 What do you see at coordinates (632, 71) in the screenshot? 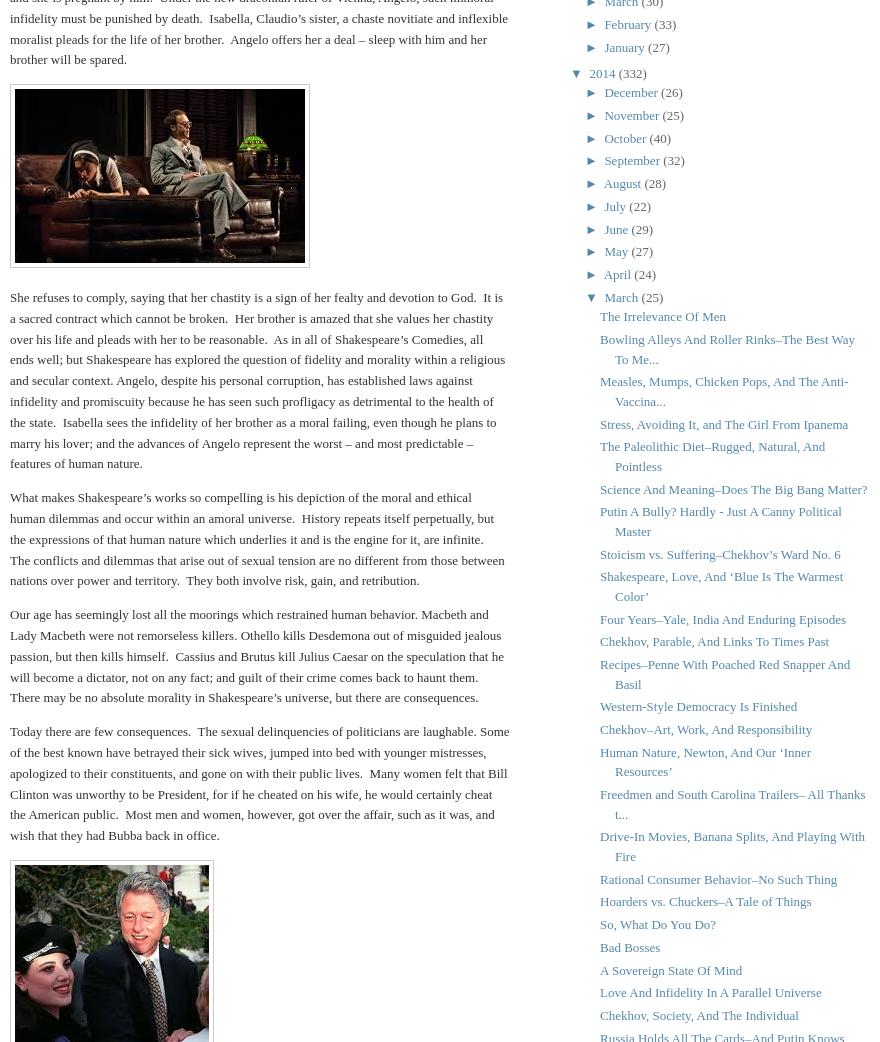
I see `'(332)'` at bounding box center [632, 71].